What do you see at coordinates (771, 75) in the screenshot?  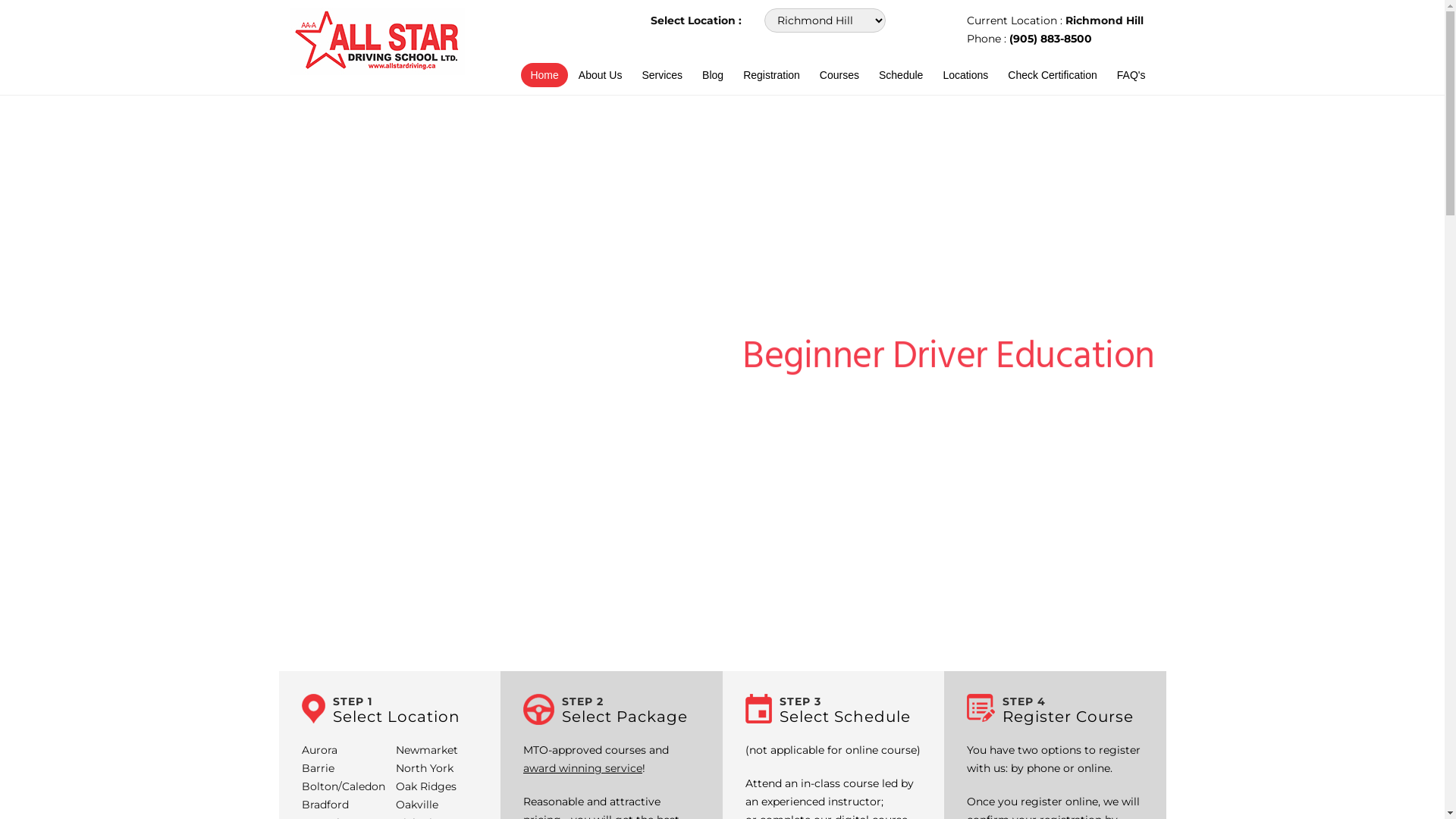 I see `'Registration'` at bounding box center [771, 75].